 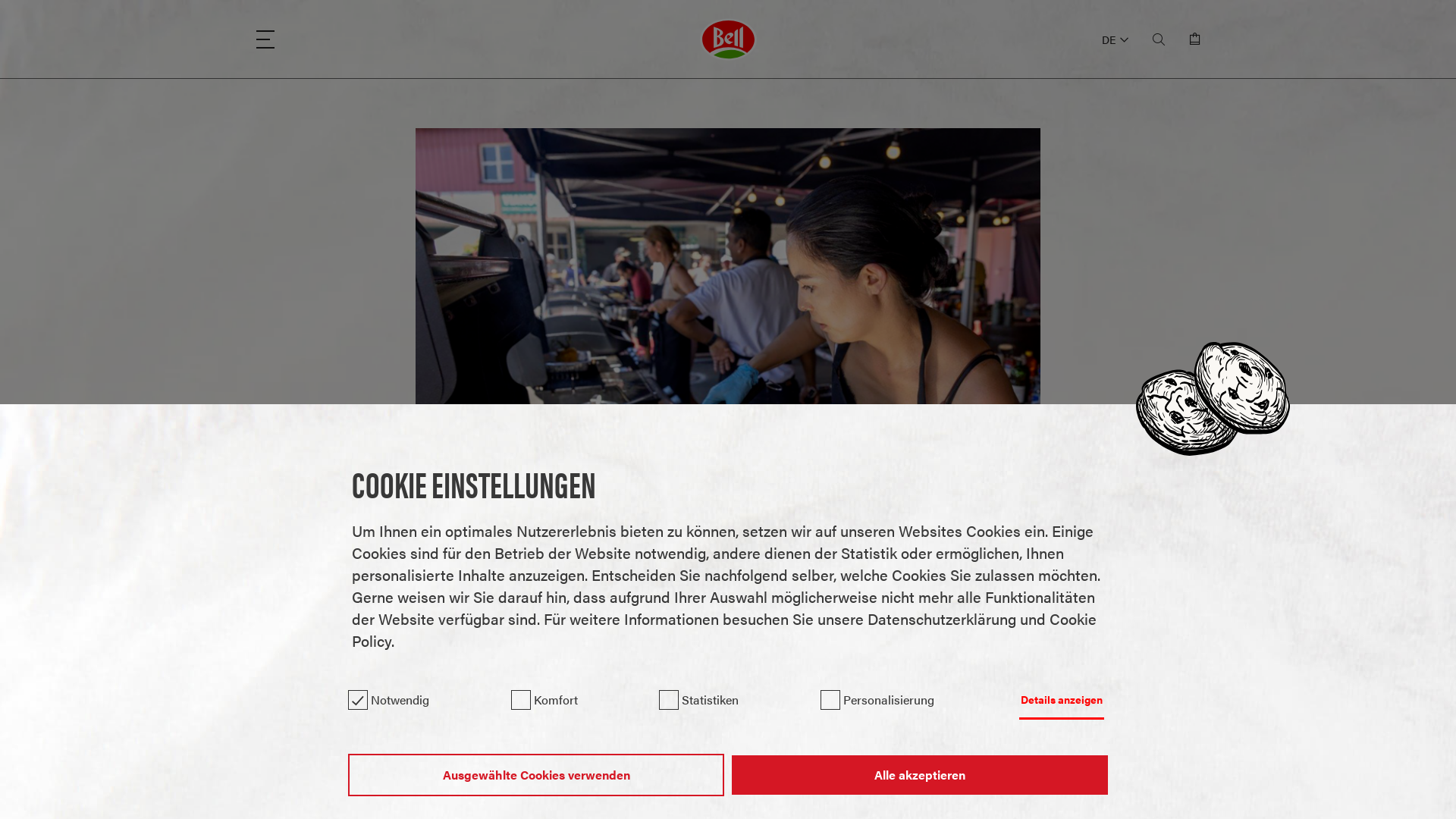 What do you see at coordinates (919, 775) in the screenshot?
I see `'Alle akzeptieren'` at bounding box center [919, 775].